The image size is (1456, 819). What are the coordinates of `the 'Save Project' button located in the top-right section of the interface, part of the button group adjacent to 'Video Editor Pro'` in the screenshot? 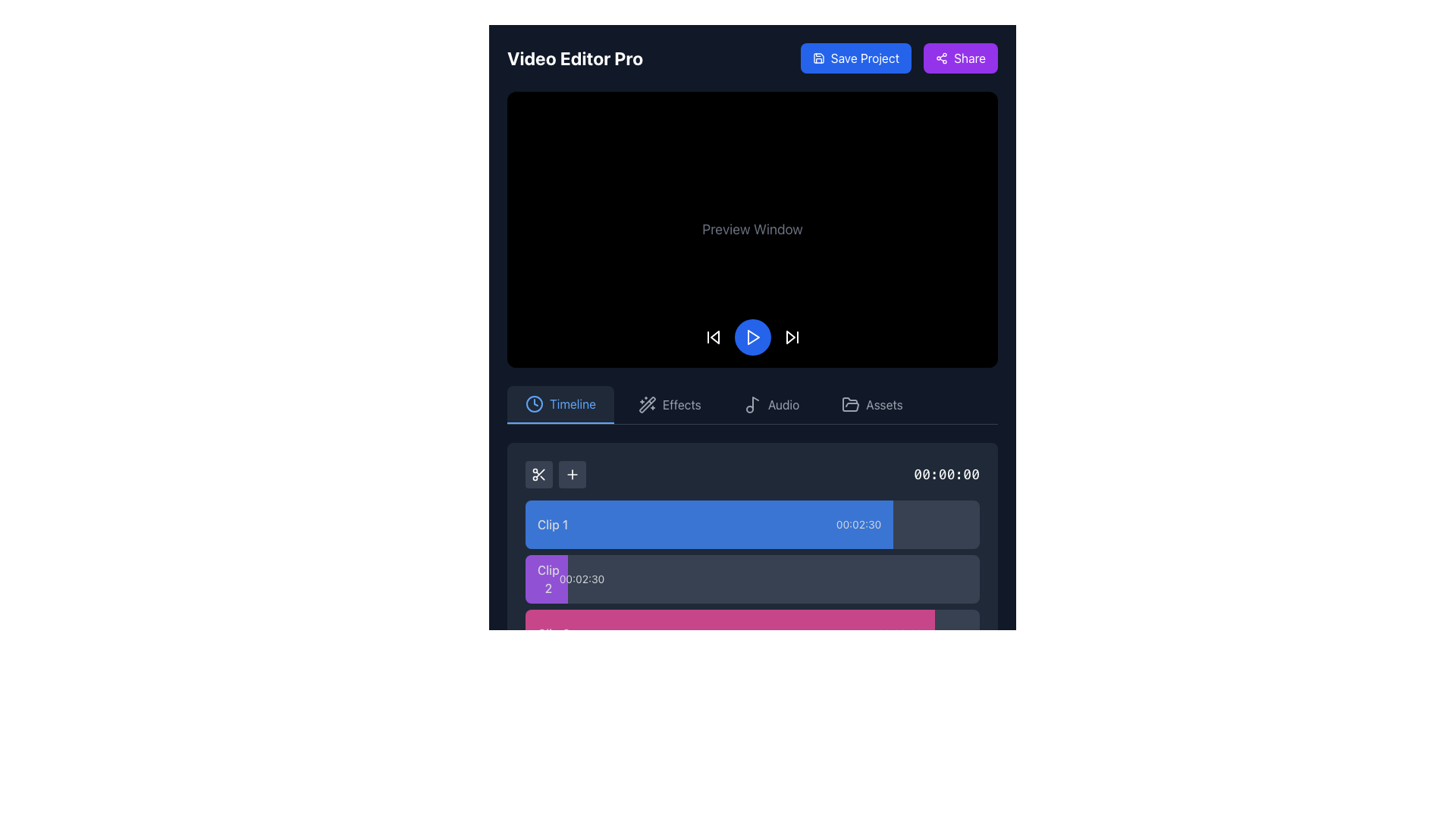 It's located at (899, 58).